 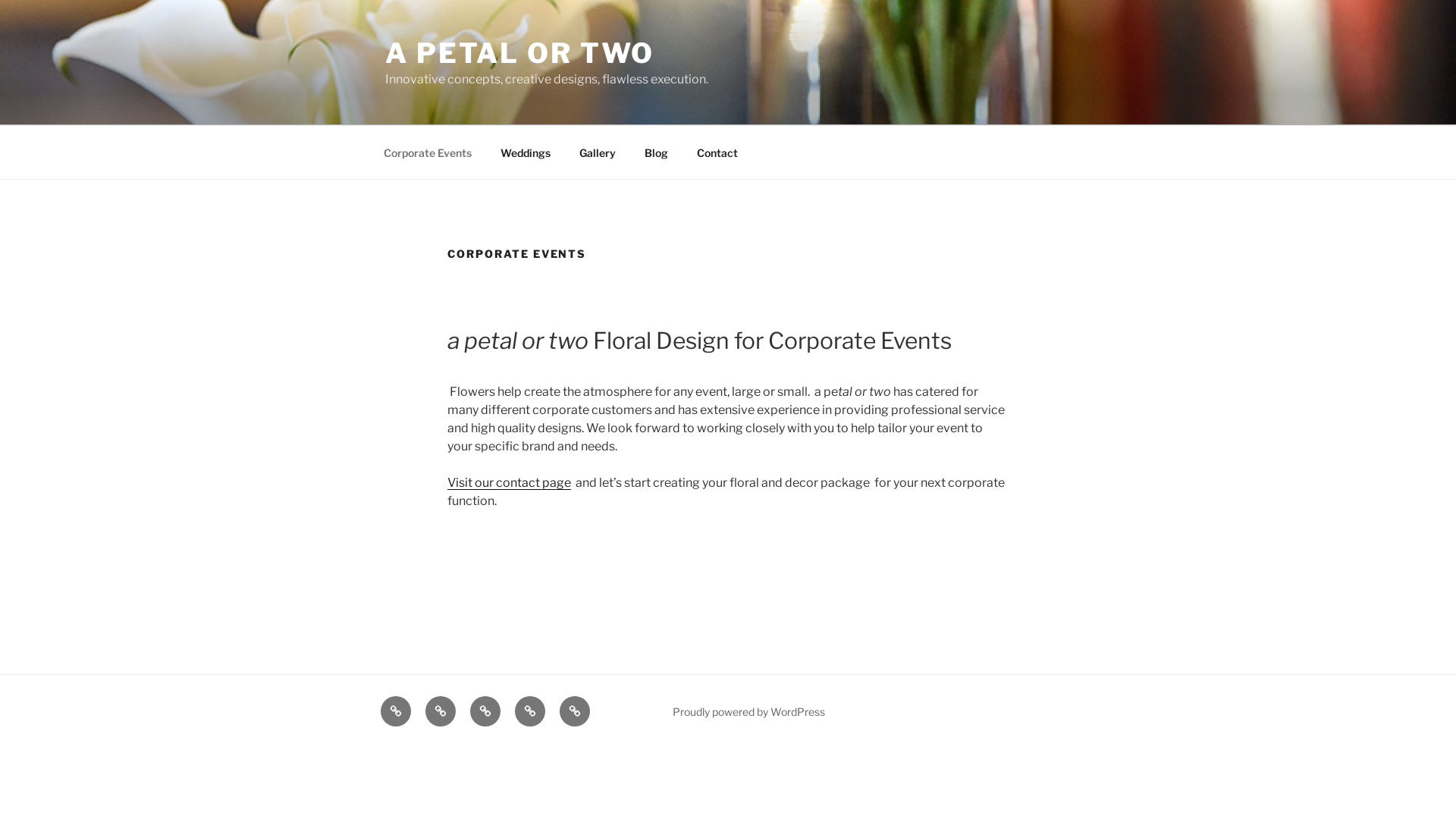 I want to click on 'Gallery', so click(x=596, y=152).